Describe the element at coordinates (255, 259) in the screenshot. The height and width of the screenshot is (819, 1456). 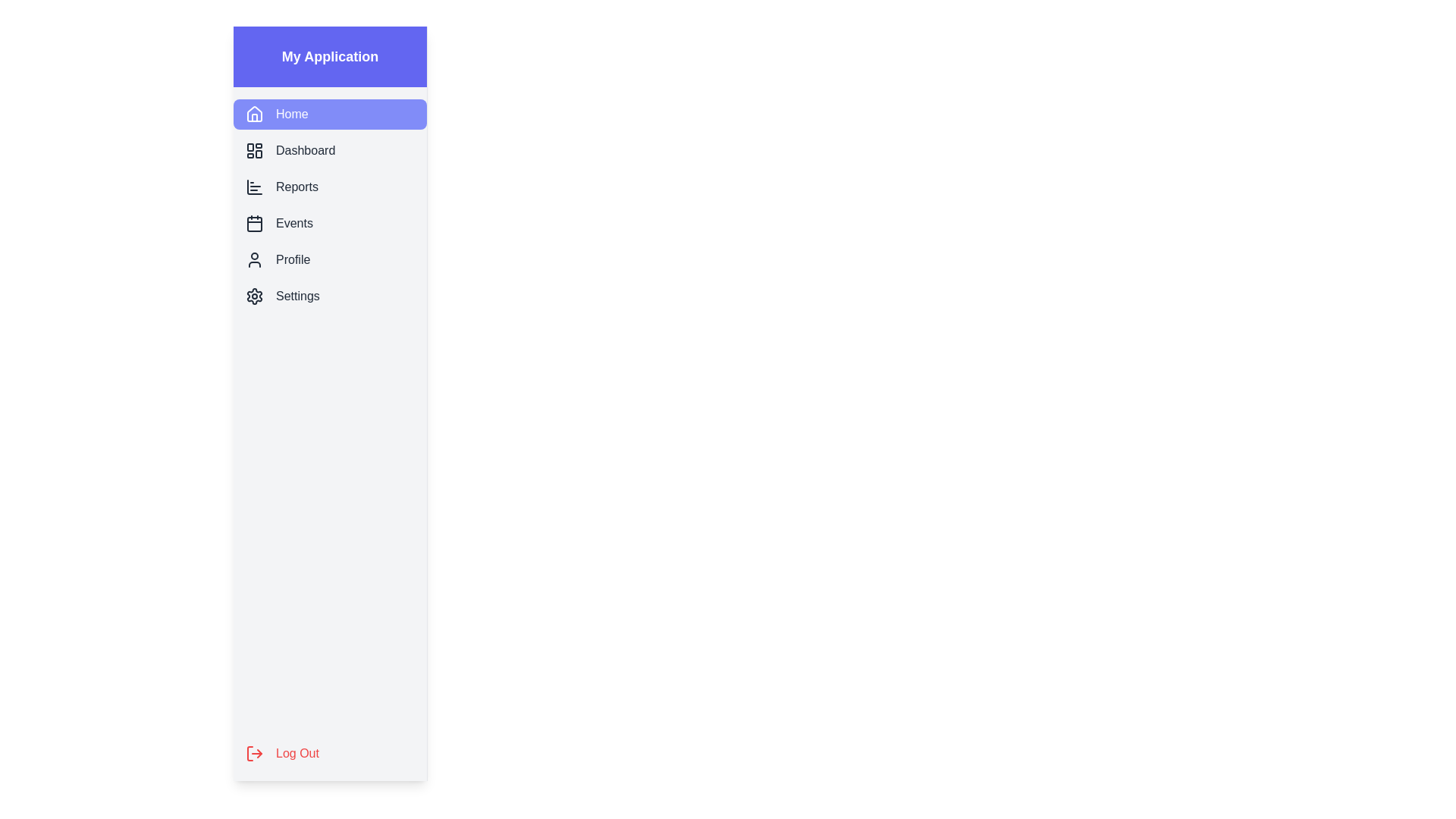
I see `the profile icon located in the lateral menu next to the 'Profile' text label` at that location.